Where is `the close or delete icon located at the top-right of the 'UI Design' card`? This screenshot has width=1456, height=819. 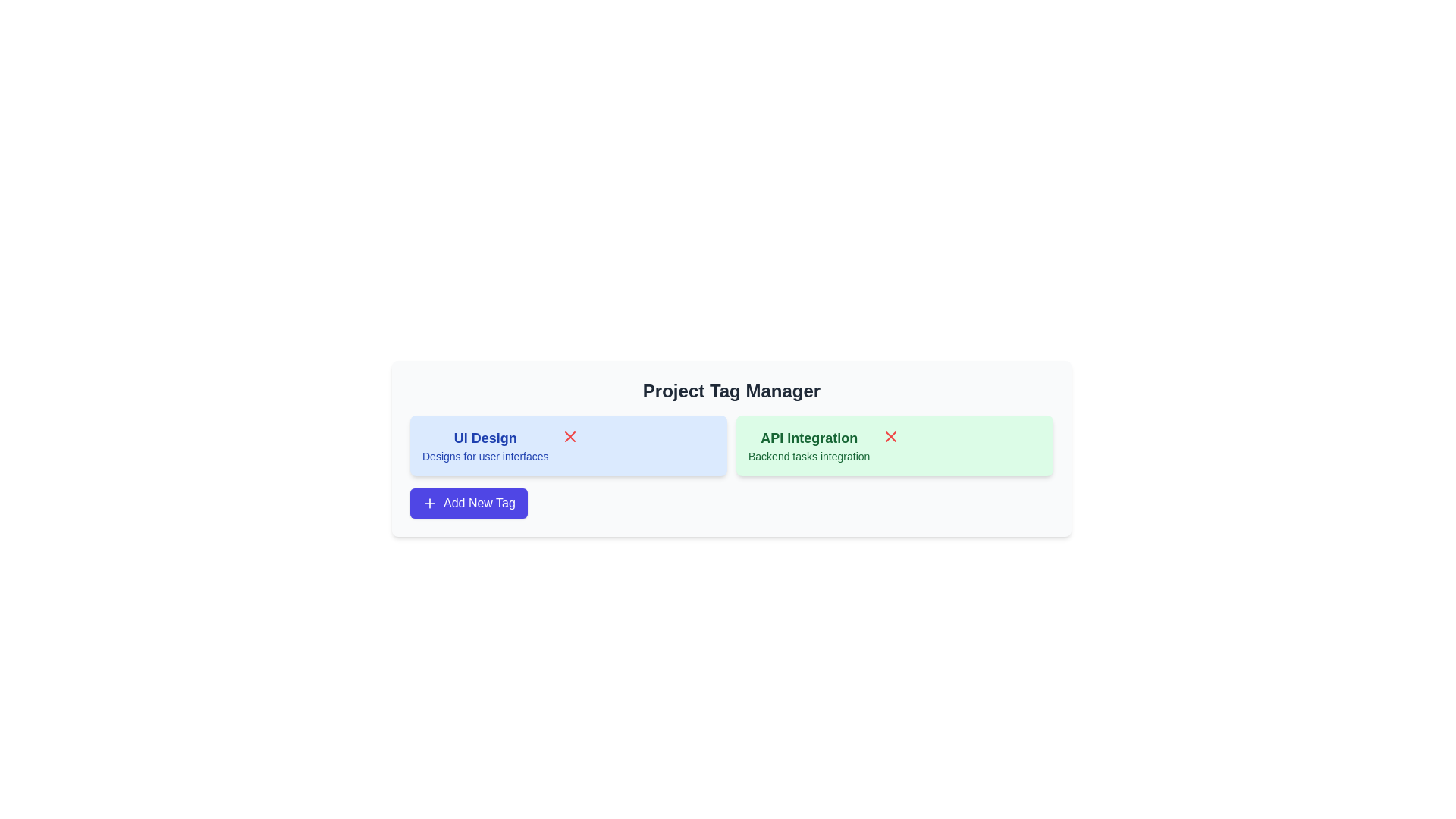
the close or delete icon located at the top-right of the 'UI Design' card is located at coordinates (569, 436).